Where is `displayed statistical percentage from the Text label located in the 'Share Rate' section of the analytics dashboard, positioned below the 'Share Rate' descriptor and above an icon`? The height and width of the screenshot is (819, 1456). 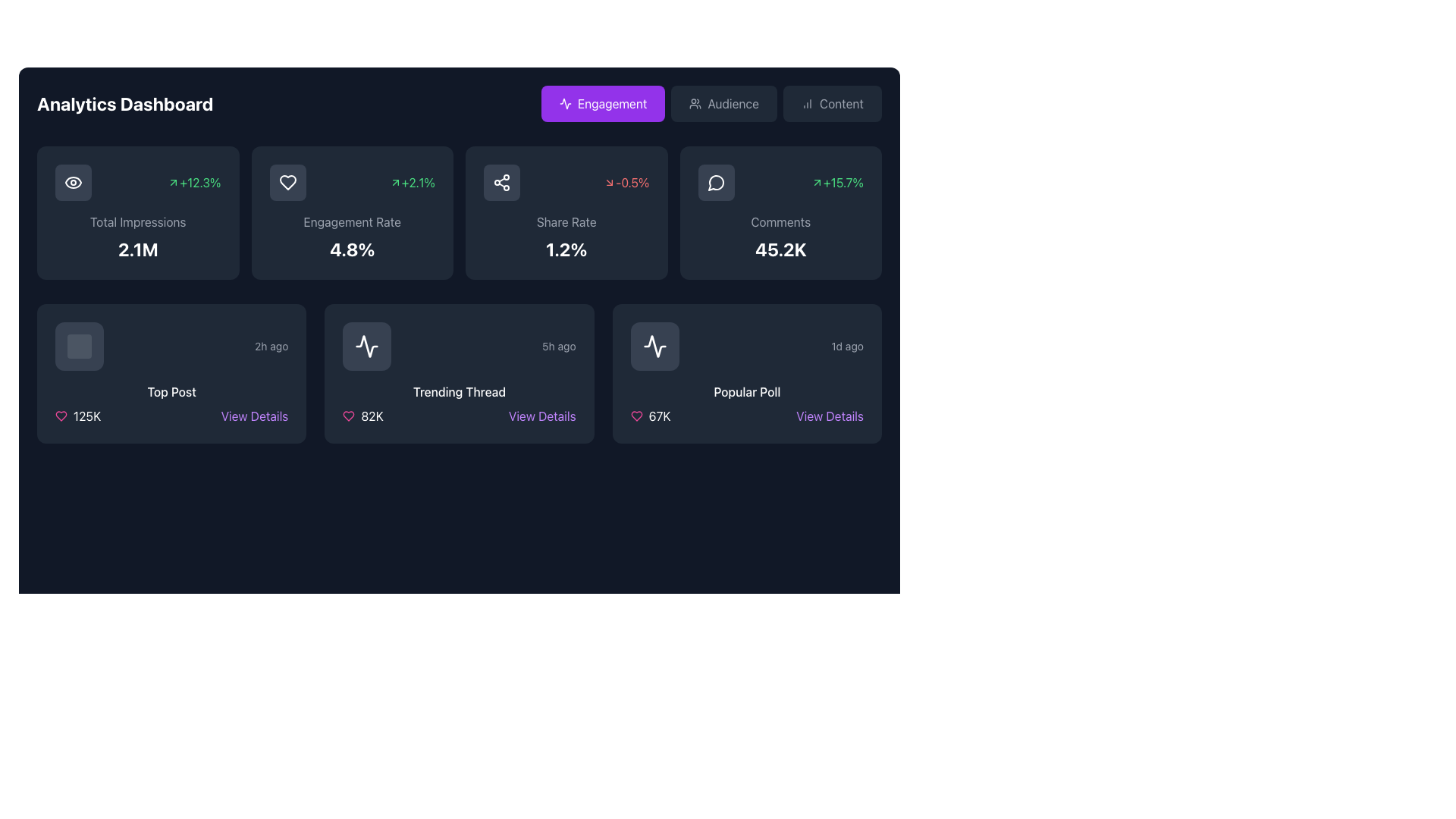 displayed statistical percentage from the Text label located in the 'Share Rate' section of the analytics dashboard, positioned below the 'Share Rate' descriptor and above an icon is located at coordinates (566, 248).